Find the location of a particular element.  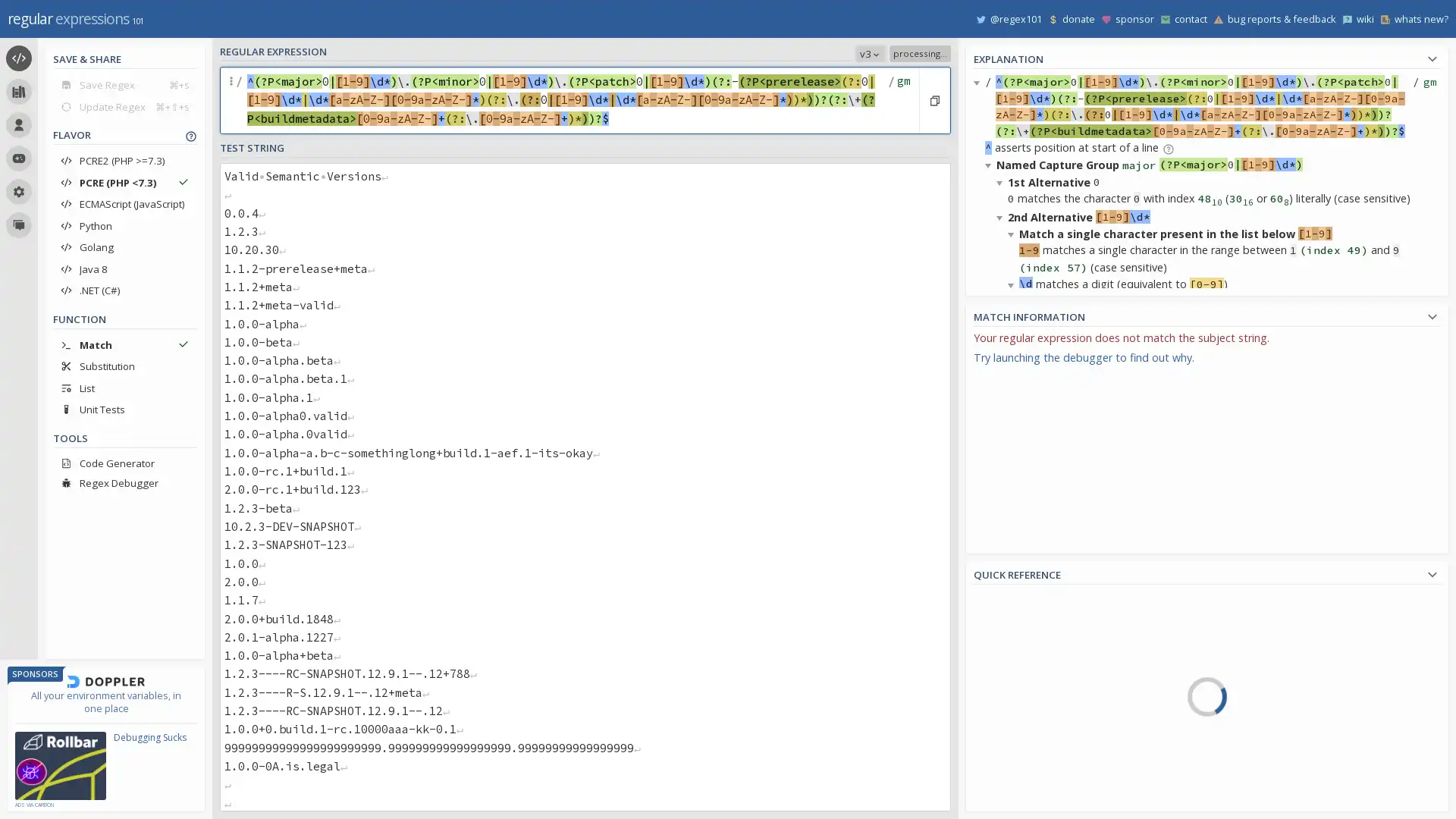

Any non-whitespace character \S is located at coordinates (1282, 773).